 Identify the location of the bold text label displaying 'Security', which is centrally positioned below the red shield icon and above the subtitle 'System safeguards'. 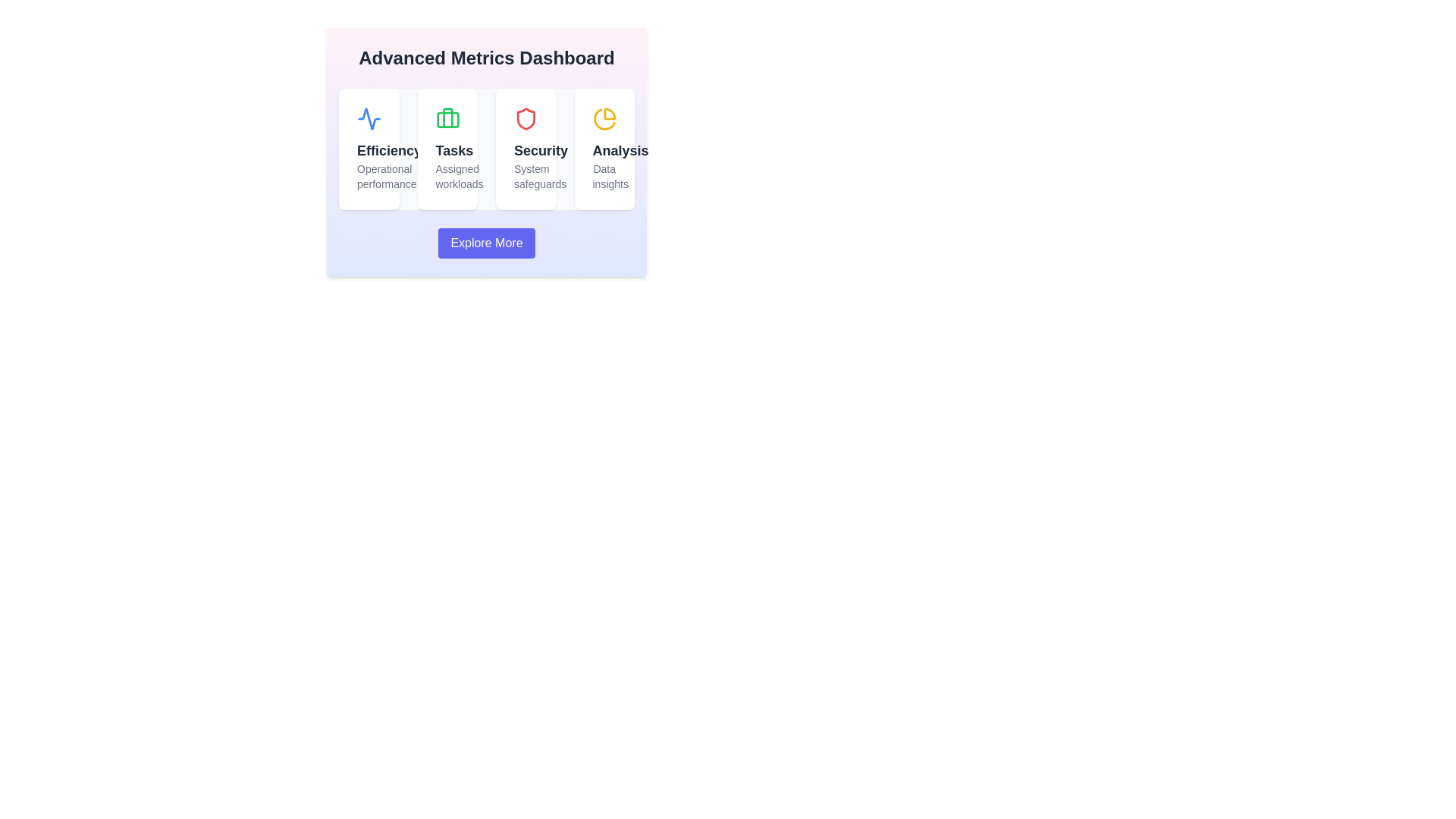
(526, 151).